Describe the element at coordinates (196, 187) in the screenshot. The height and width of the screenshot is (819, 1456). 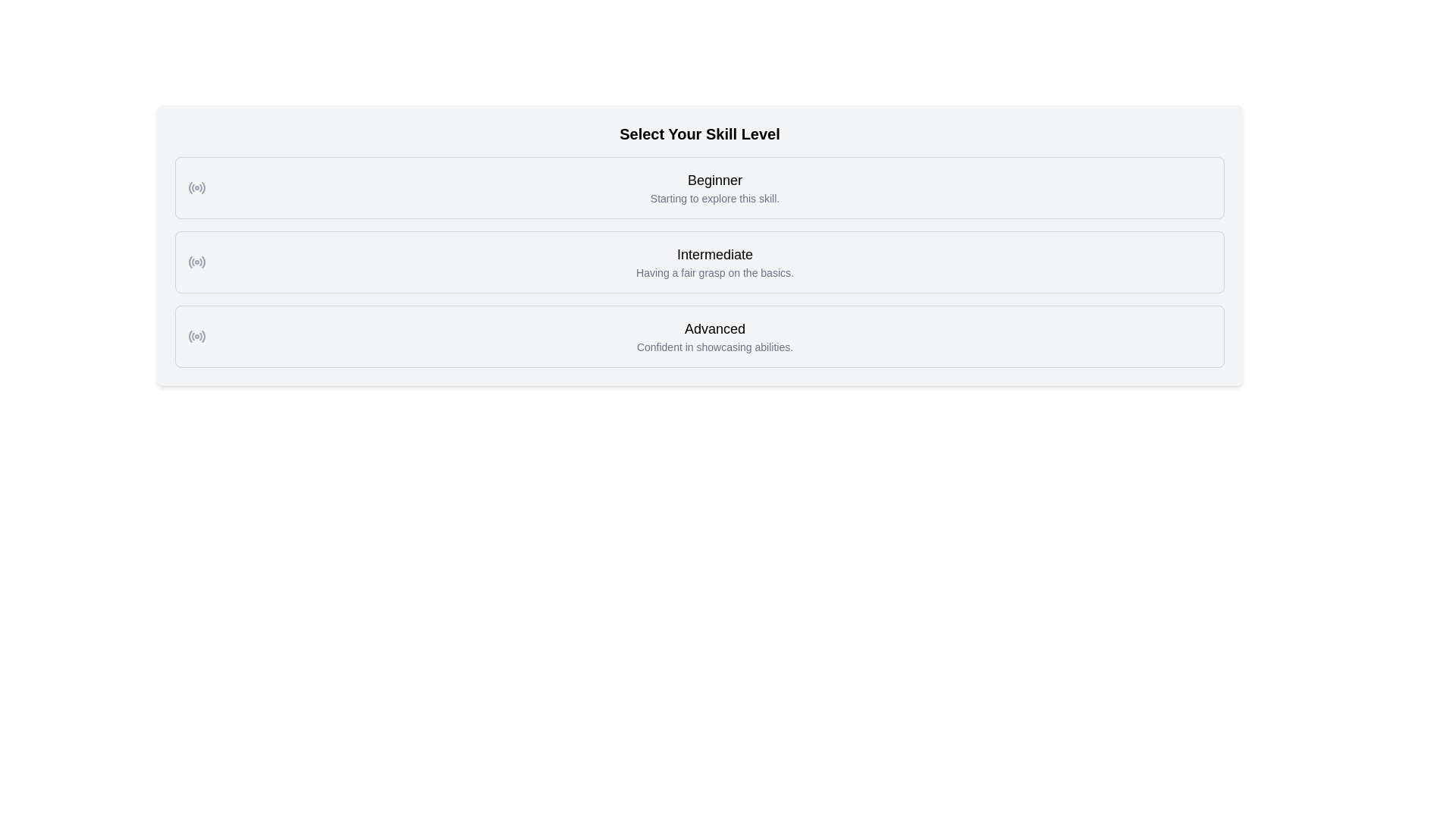
I see `the 'Beginner' radio button` at that location.